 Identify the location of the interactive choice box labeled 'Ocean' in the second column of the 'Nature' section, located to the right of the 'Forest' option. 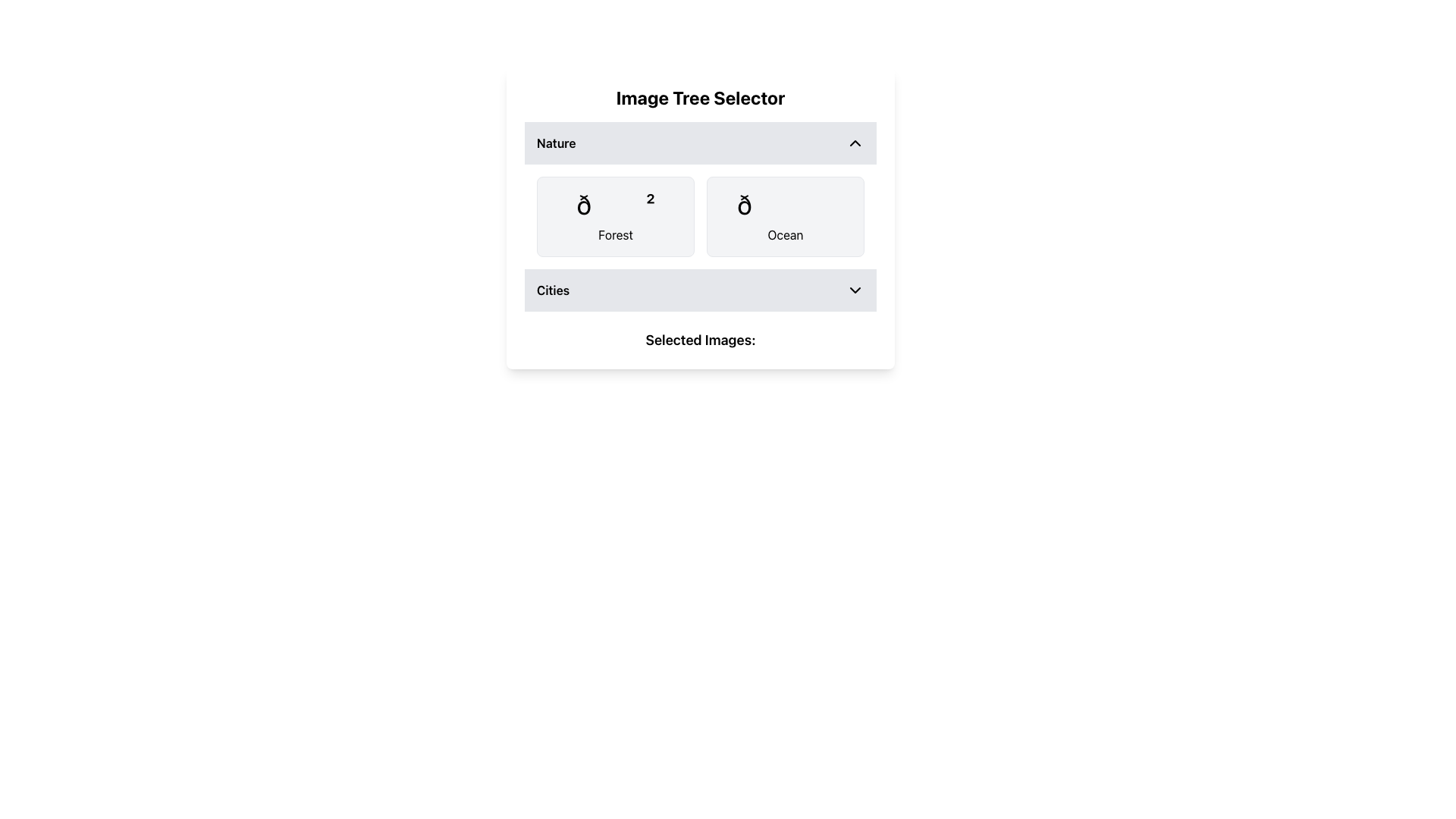
(786, 216).